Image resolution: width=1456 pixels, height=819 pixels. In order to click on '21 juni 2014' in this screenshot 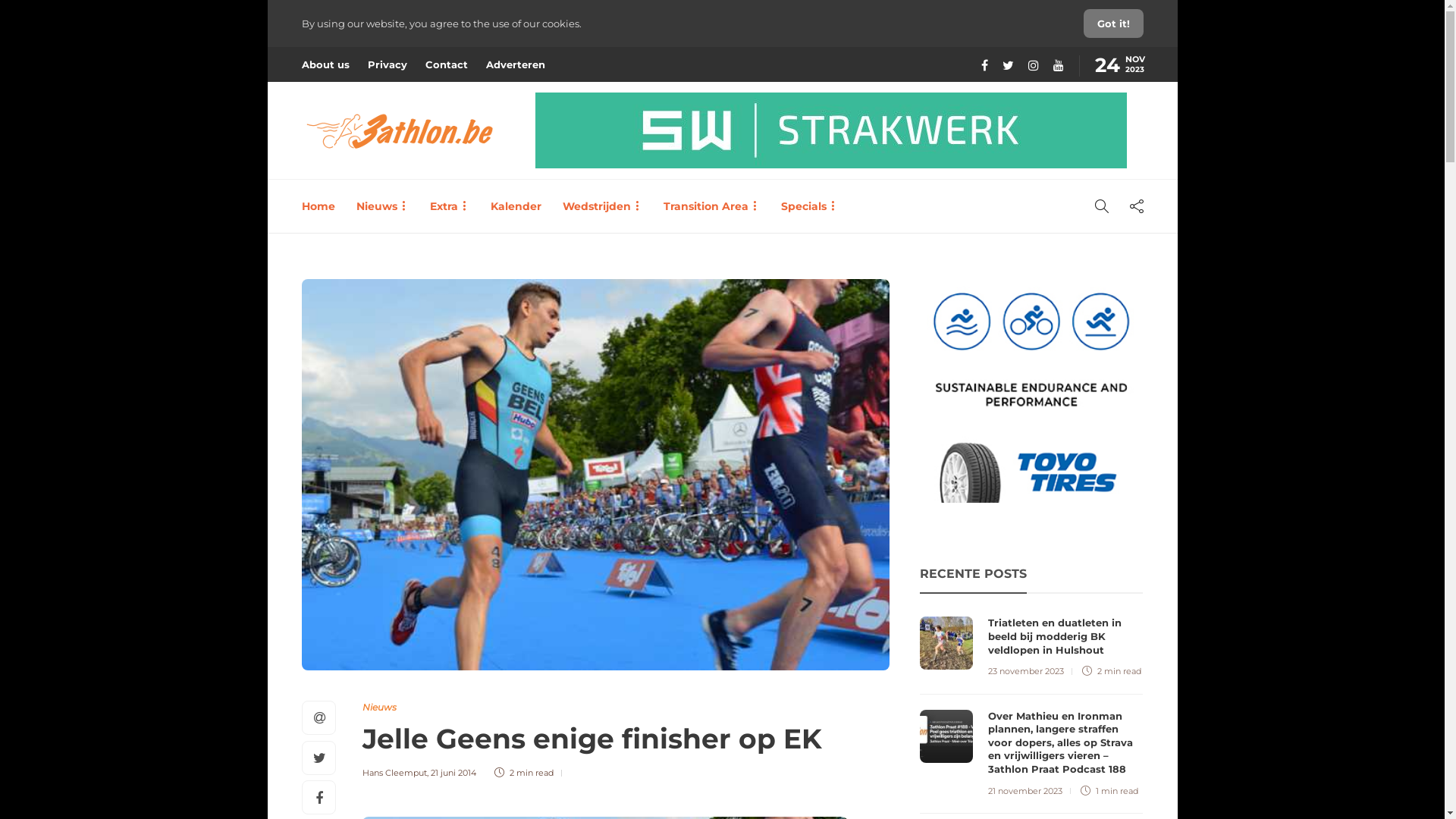, I will do `click(453, 772)`.